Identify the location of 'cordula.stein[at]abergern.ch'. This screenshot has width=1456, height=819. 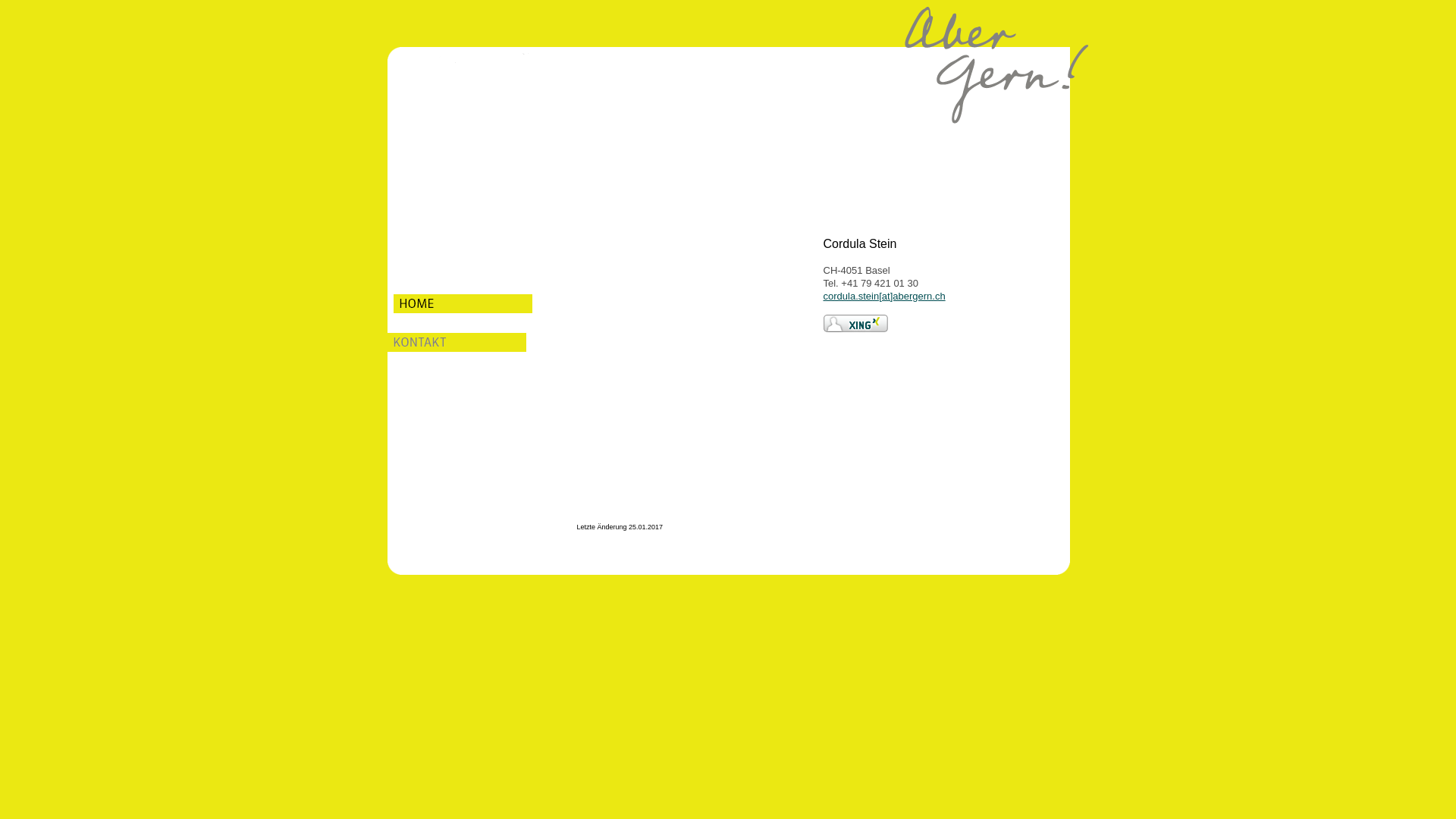
(884, 296).